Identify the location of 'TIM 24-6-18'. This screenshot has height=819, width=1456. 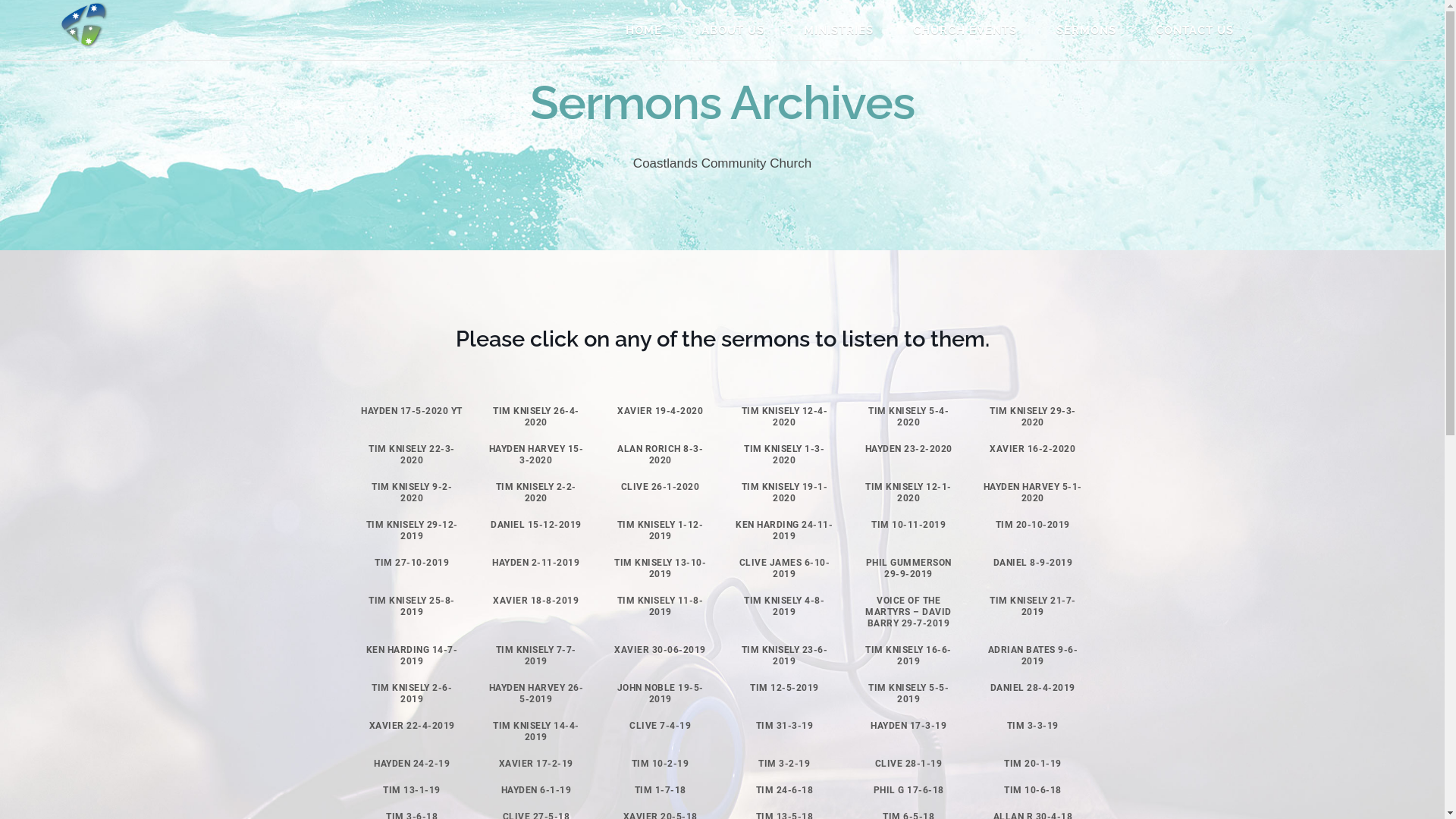
(785, 789).